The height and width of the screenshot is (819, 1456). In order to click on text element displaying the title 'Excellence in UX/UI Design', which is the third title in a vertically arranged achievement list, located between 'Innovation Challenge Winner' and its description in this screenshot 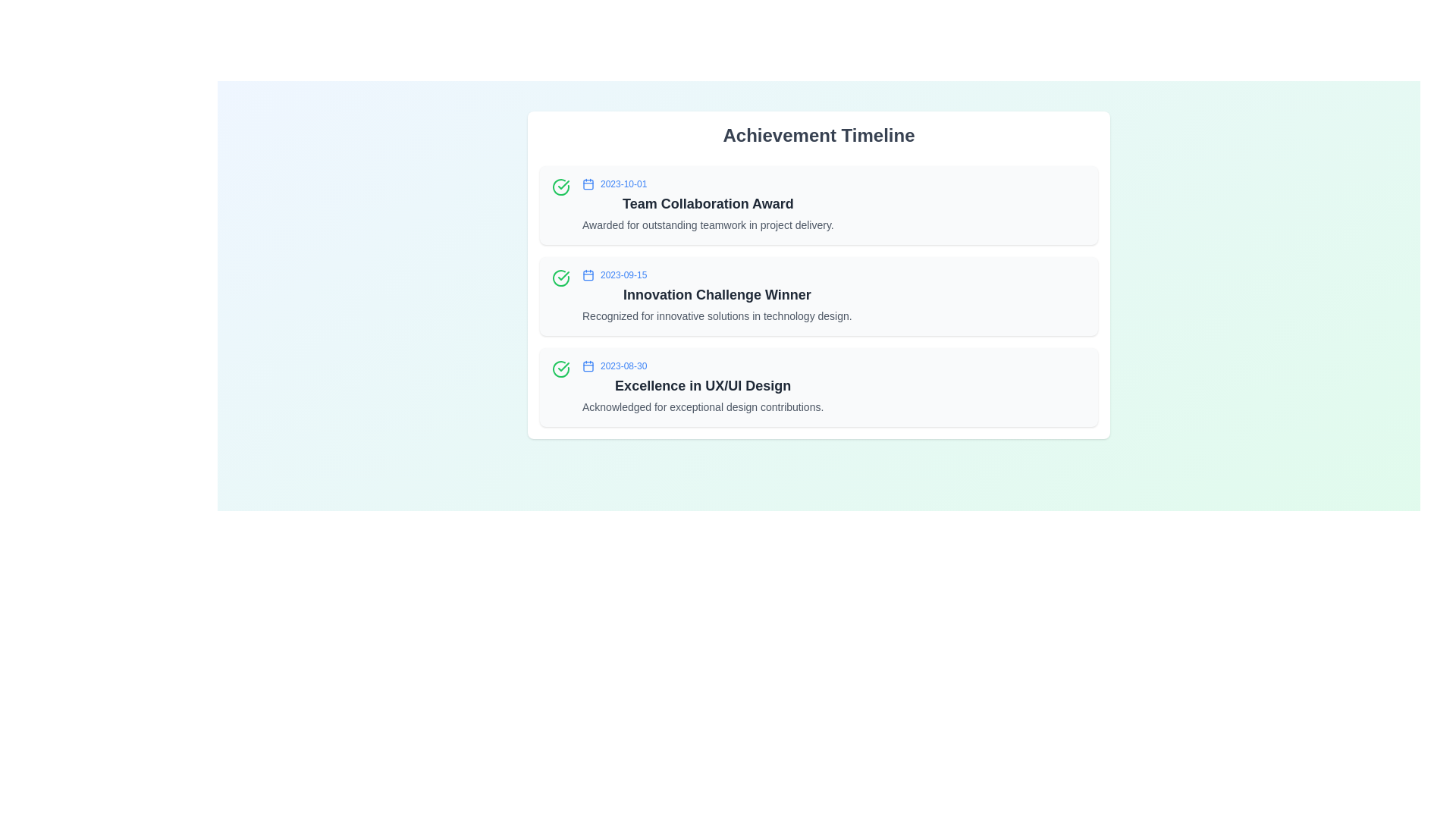, I will do `click(702, 385)`.